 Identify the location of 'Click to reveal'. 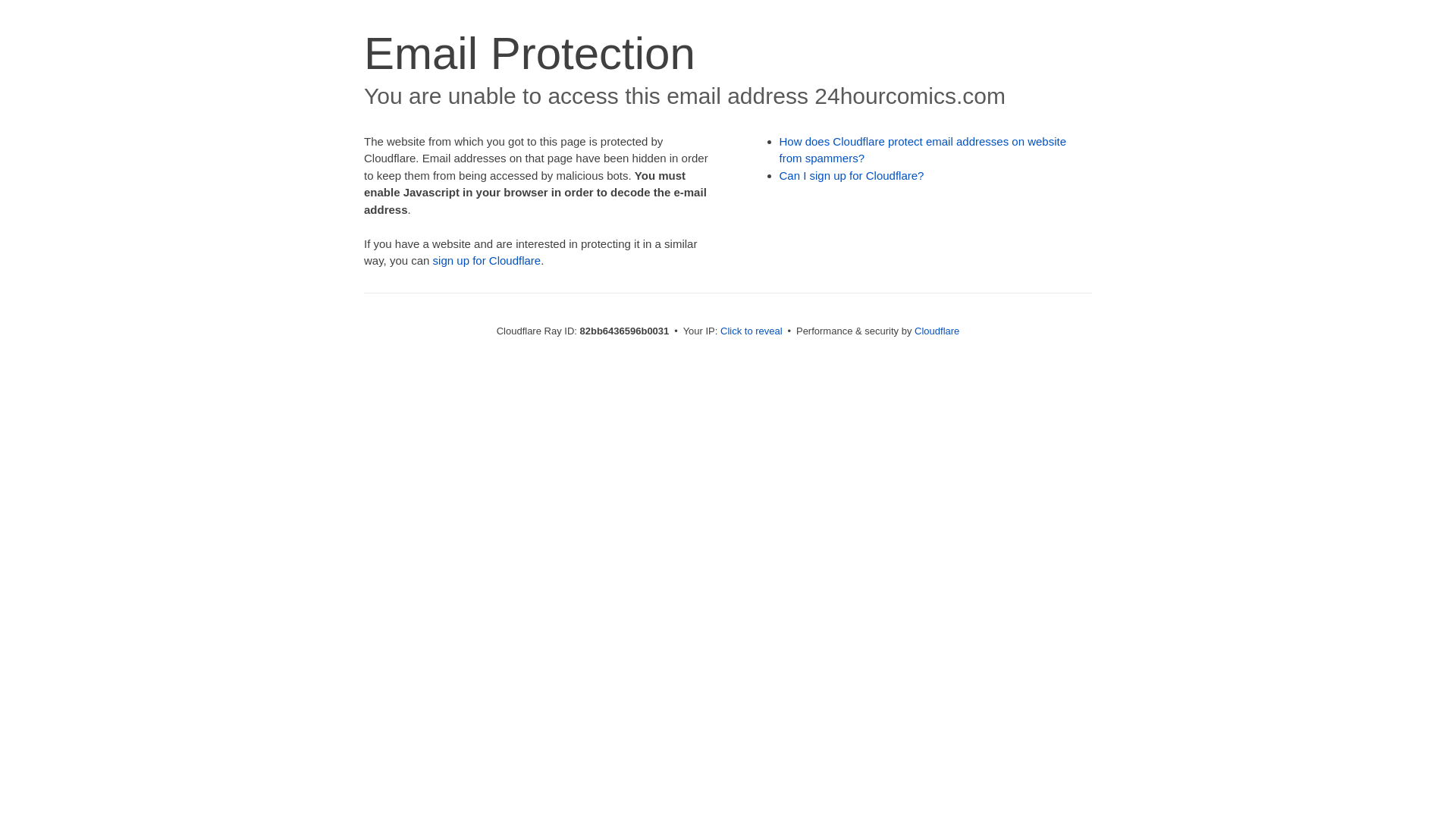
(751, 330).